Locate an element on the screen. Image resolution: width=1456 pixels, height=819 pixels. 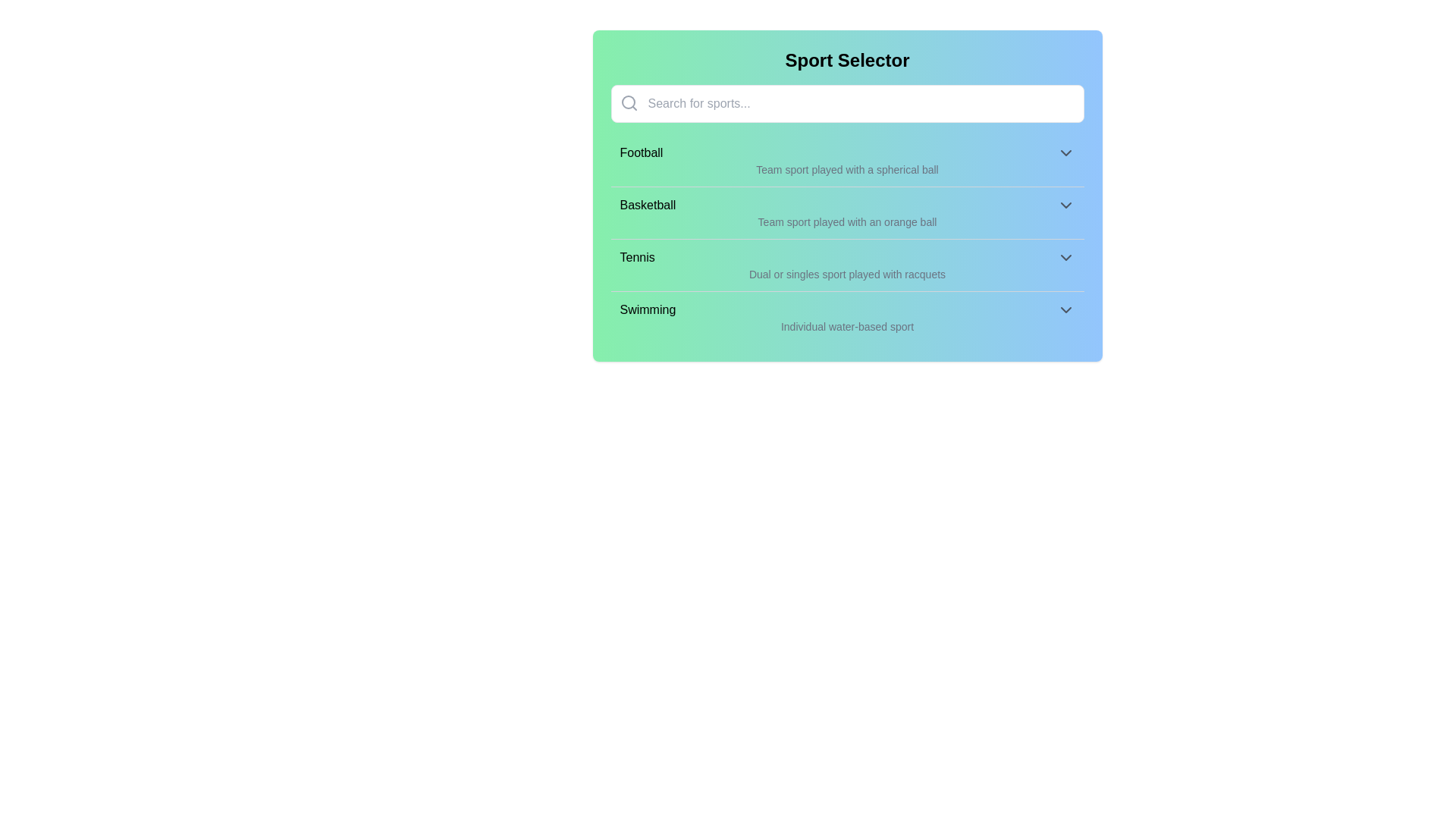
the descriptive Text Label located directly below the 'Basketball' option in the sport selector menu is located at coordinates (846, 222).